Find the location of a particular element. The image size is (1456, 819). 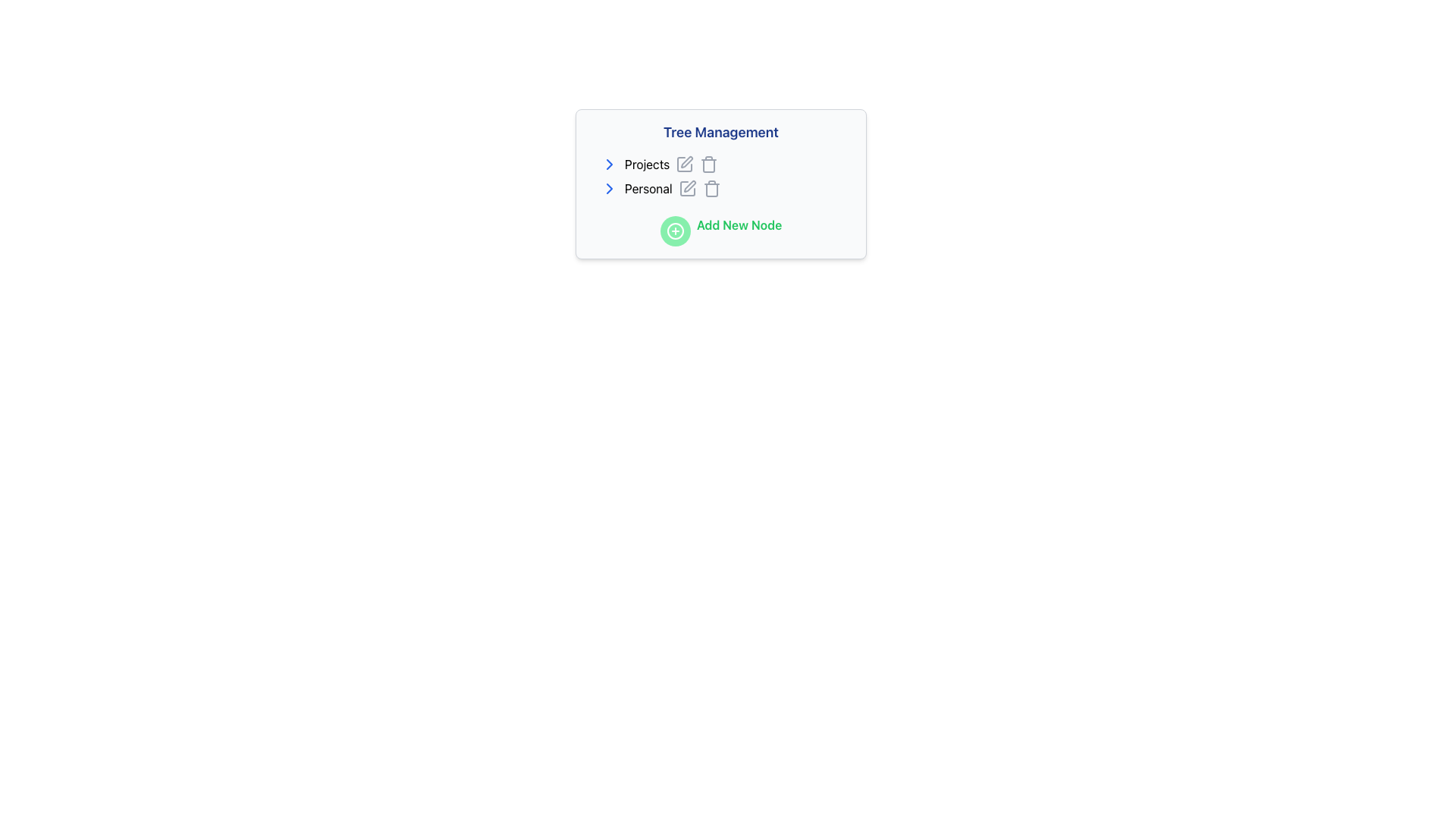

the 'Add New Node' button, which is a green circular icon with a plus sign located below the 'Projects' and 'Personal' items in the 'Tree Management' panel is located at coordinates (720, 231).